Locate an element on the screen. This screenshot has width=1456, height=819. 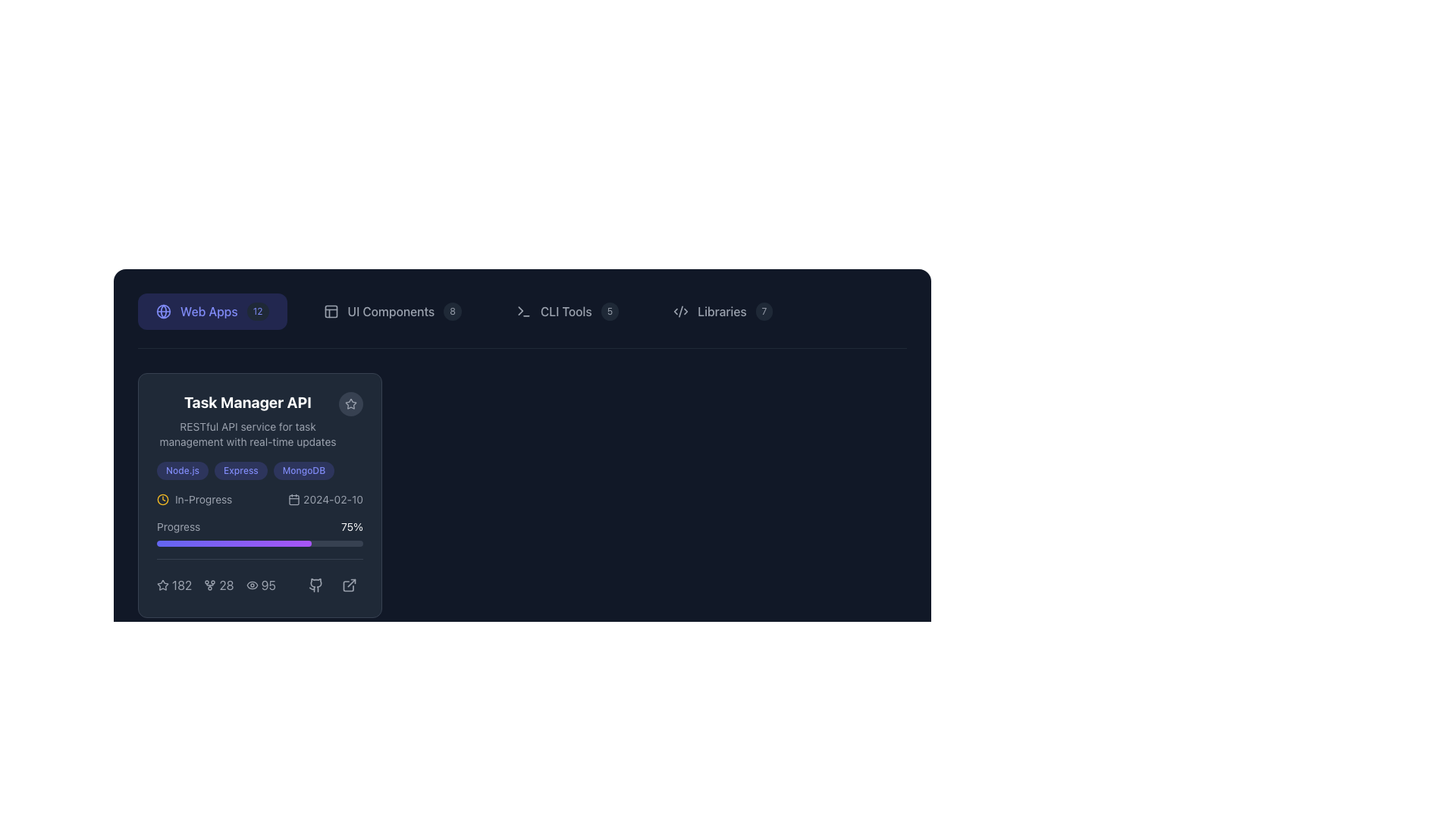
the filled progress bar indicator located within the 'Task Manager API' card, which visually indicates a 75% progress level is located at coordinates (233, 543).